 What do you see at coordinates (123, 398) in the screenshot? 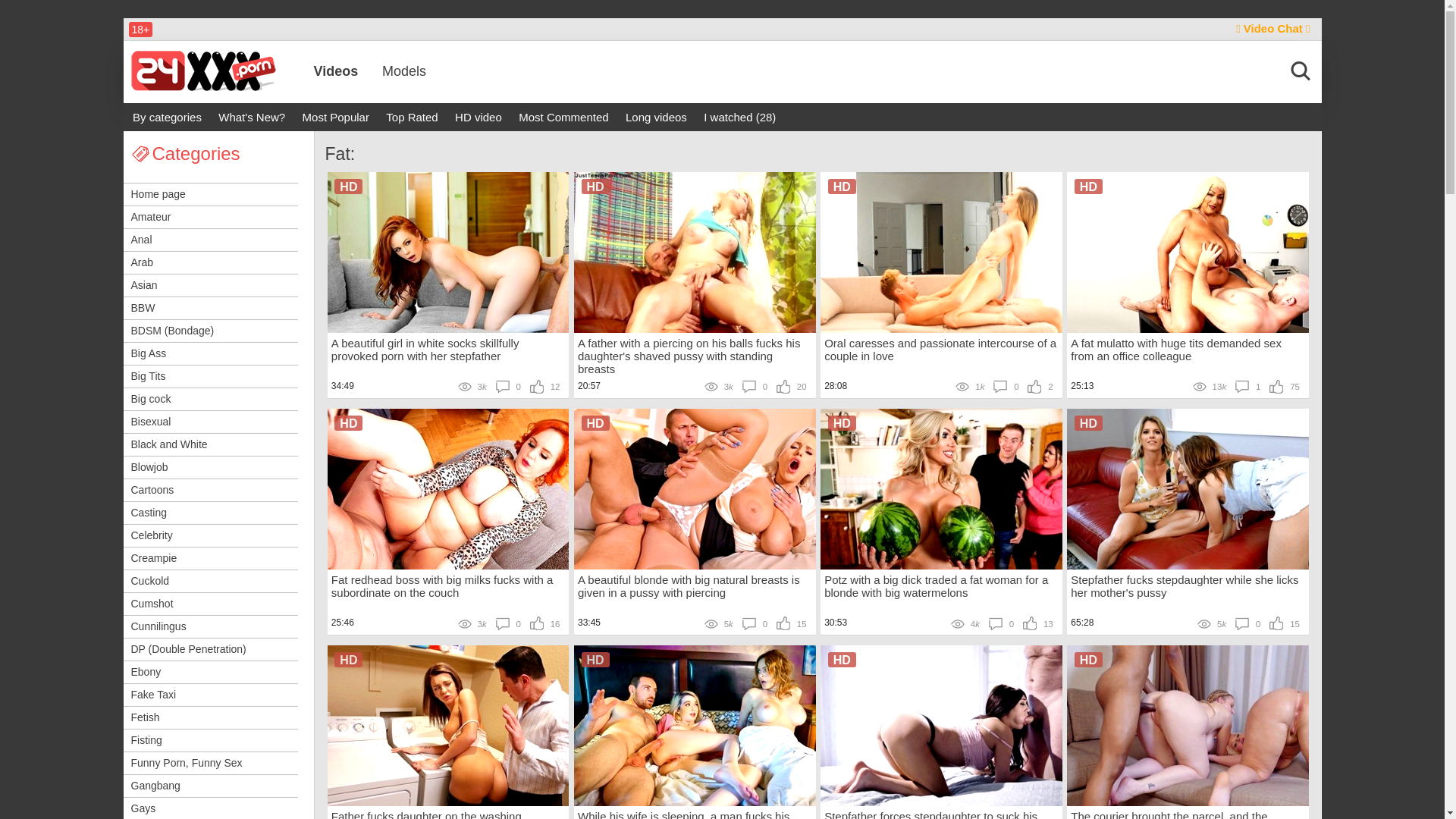
I see `'Big cock'` at bounding box center [123, 398].